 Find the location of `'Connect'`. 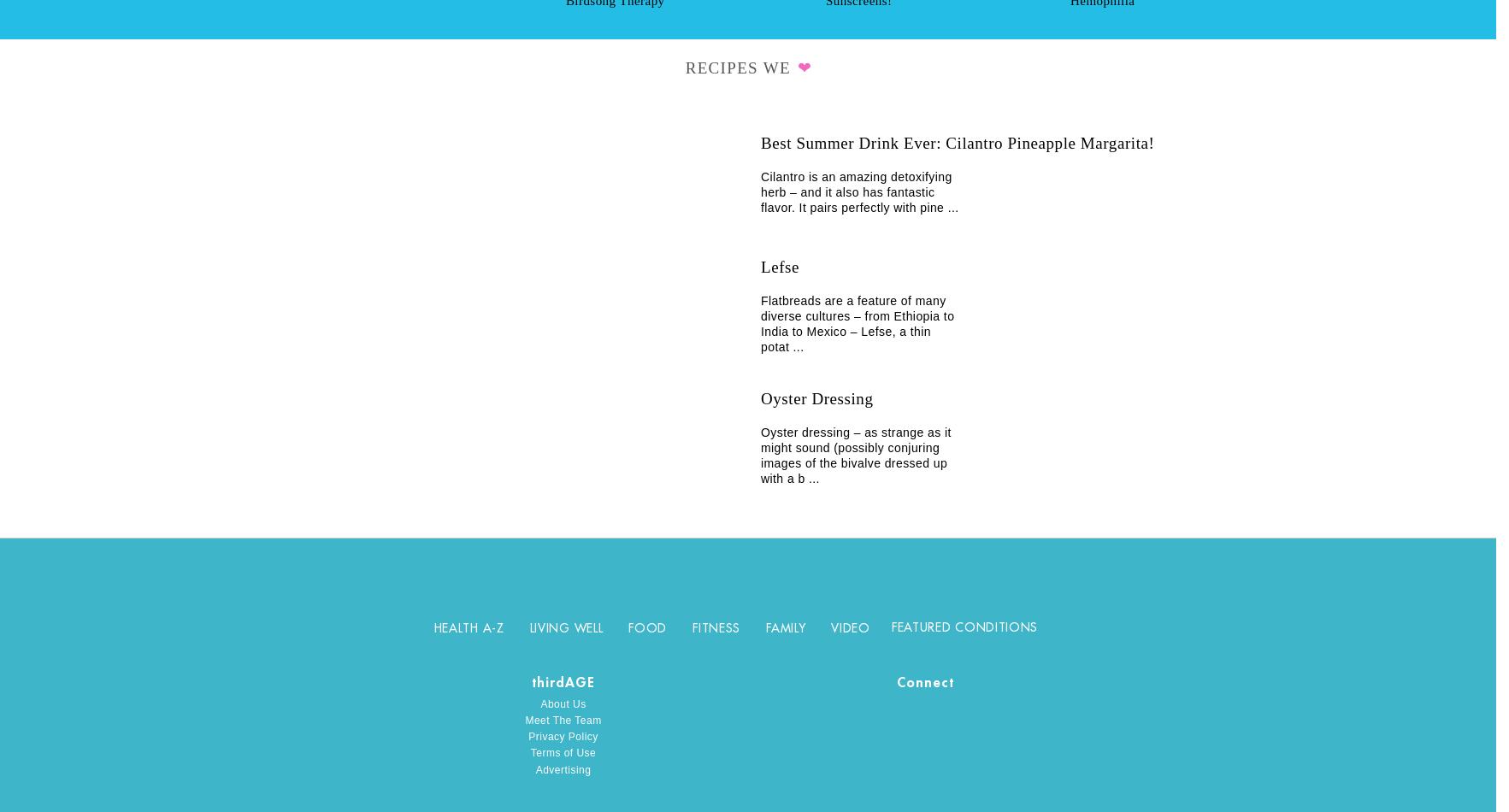

'Connect' is located at coordinates (925, 681).